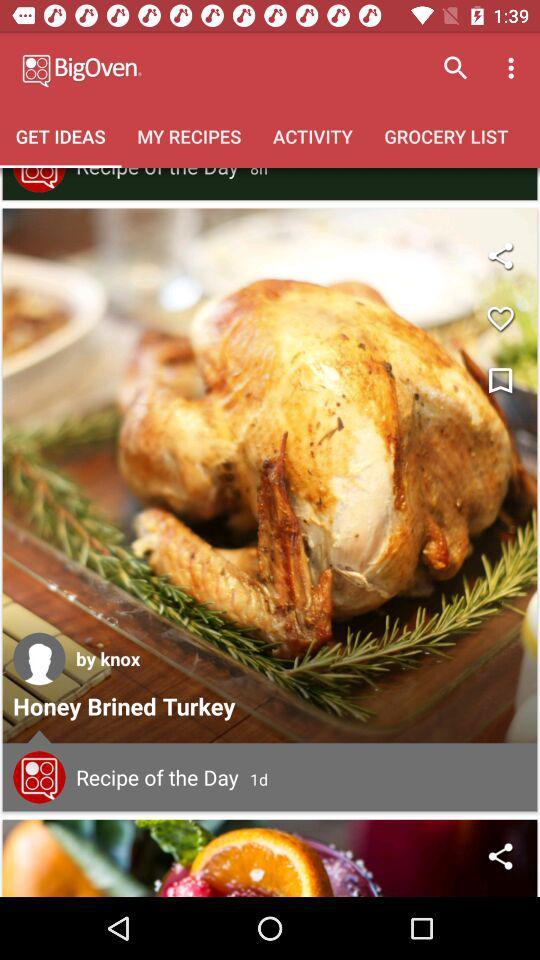  Describe the element at coordinates (39, 776) in the screenshot. I see `recipe` at that location.